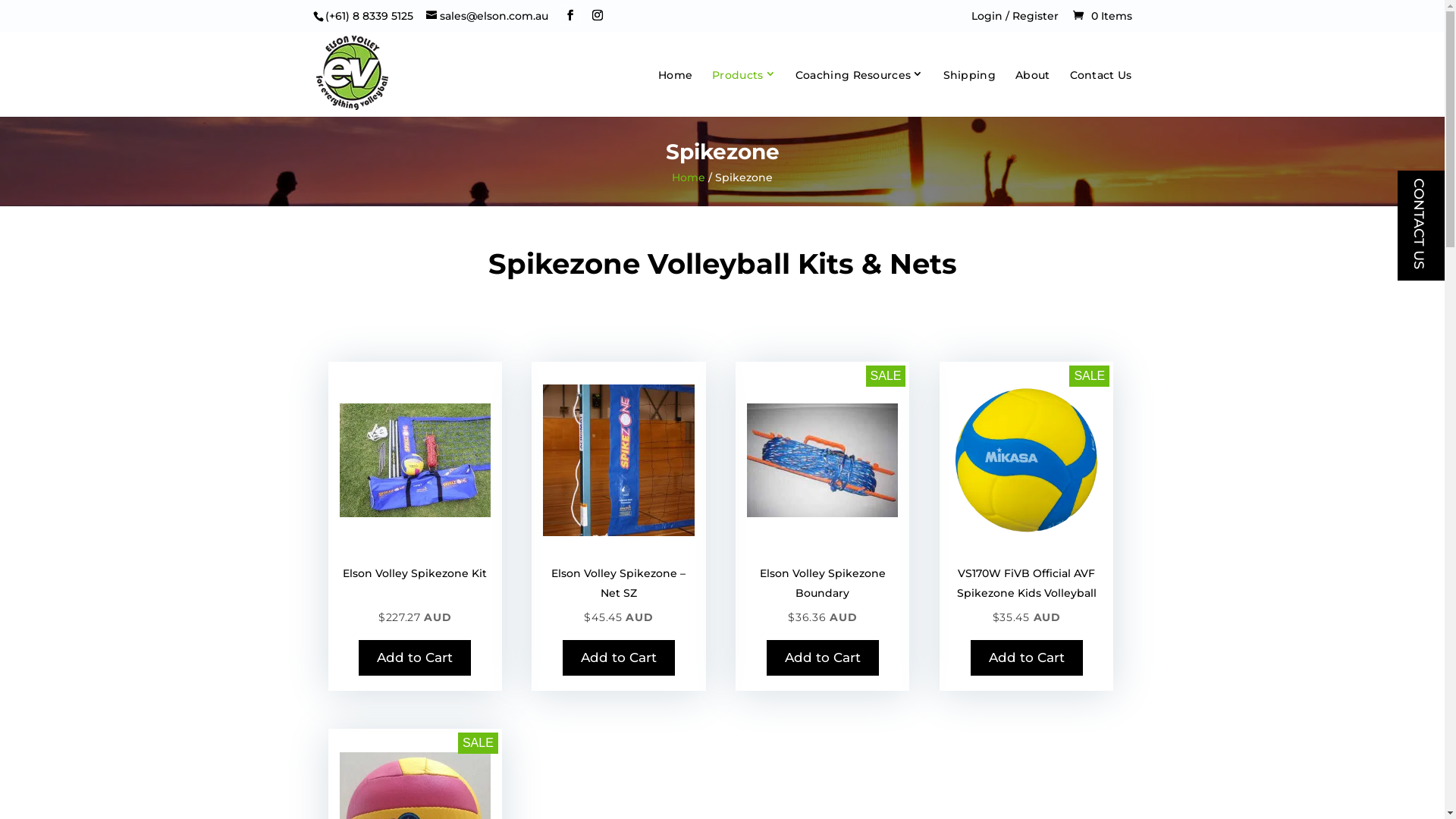 The width and height of the screenshot is (1456, 819). I want to click on 'Spikezone', so click(542, 459).